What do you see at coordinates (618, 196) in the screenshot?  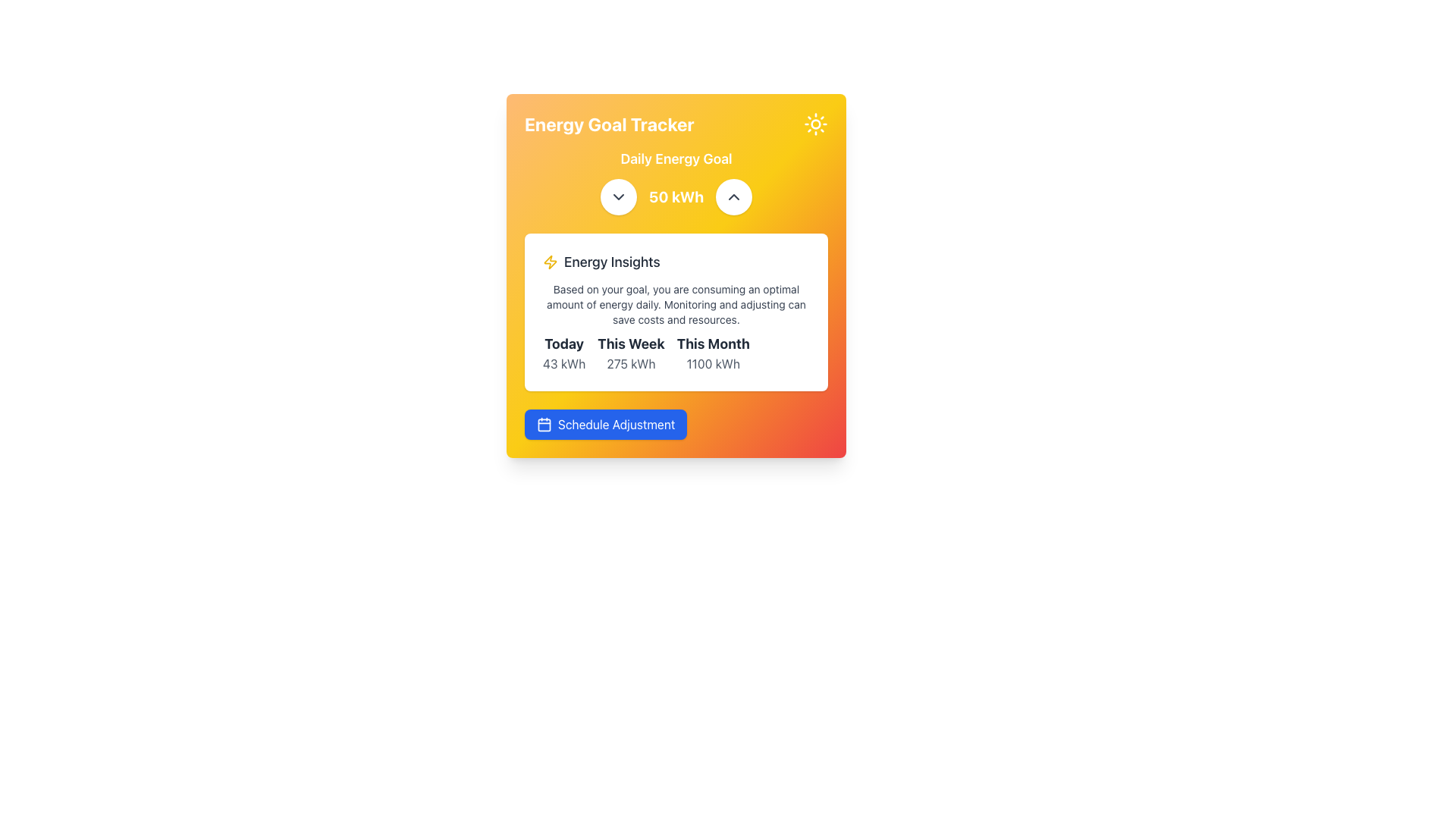 I see `the downward-facing chevron icon located within a circular button next to the text '50 kWh' in the 'Energy Goal Tracker' card` at bounding box center [618, 196].